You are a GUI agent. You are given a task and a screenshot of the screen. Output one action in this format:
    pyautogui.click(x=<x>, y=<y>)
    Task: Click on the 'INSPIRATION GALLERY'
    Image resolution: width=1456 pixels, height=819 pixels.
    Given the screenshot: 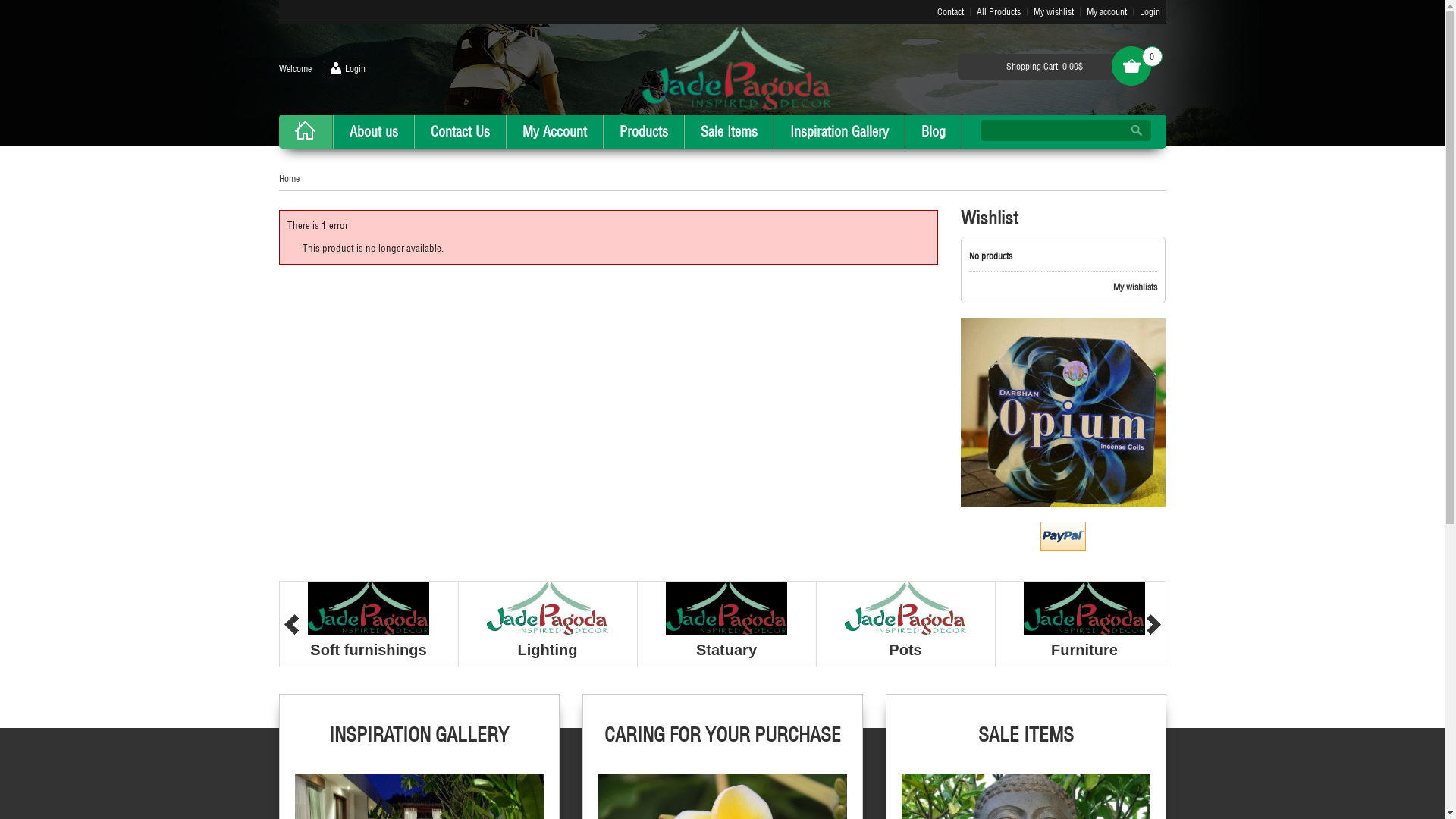 What is the action you would take?
    pyautogui.click(x=419, y=745)
    